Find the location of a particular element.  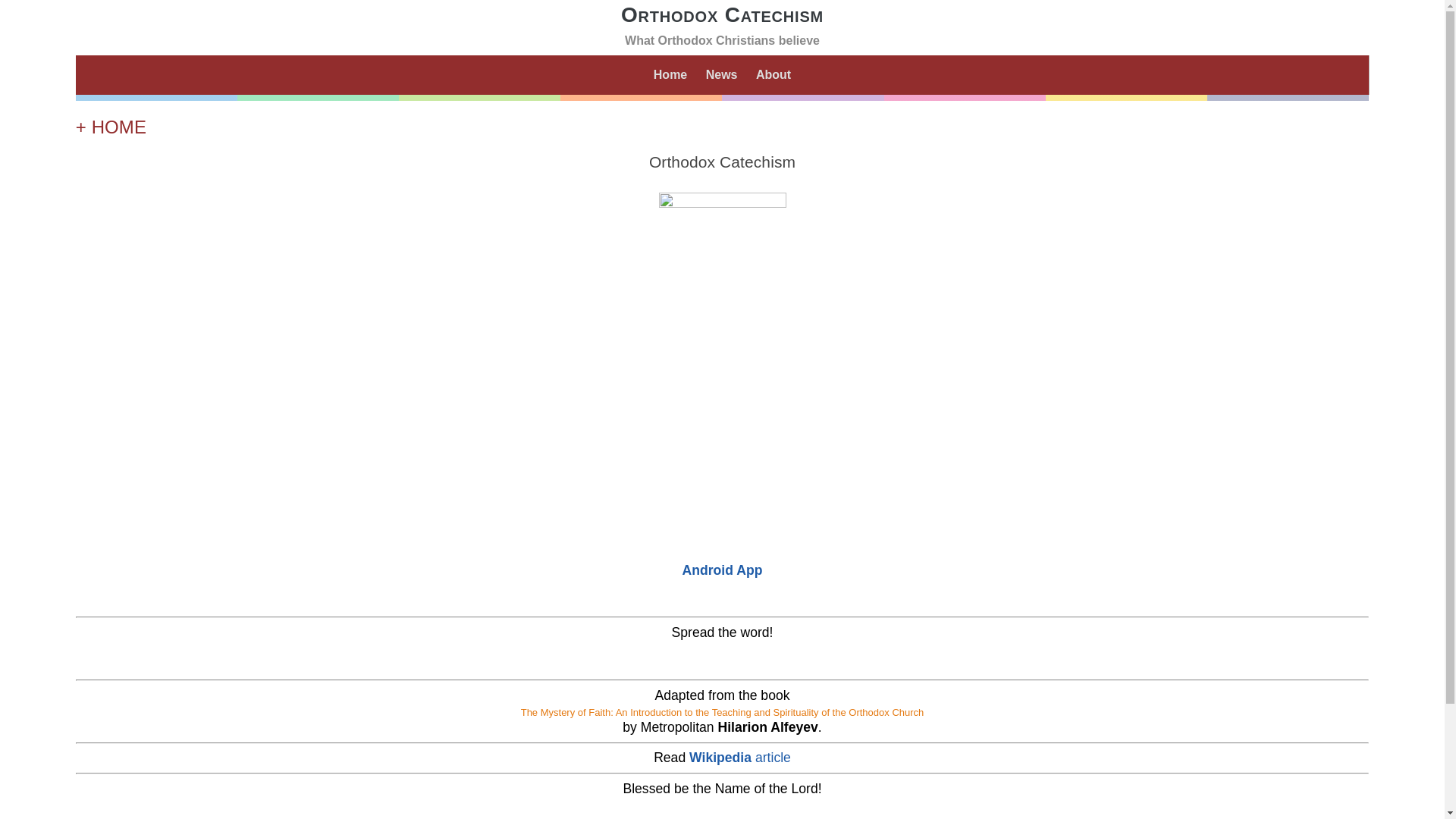

'Orthodox Catechism' is located at coordinates (721, 14).